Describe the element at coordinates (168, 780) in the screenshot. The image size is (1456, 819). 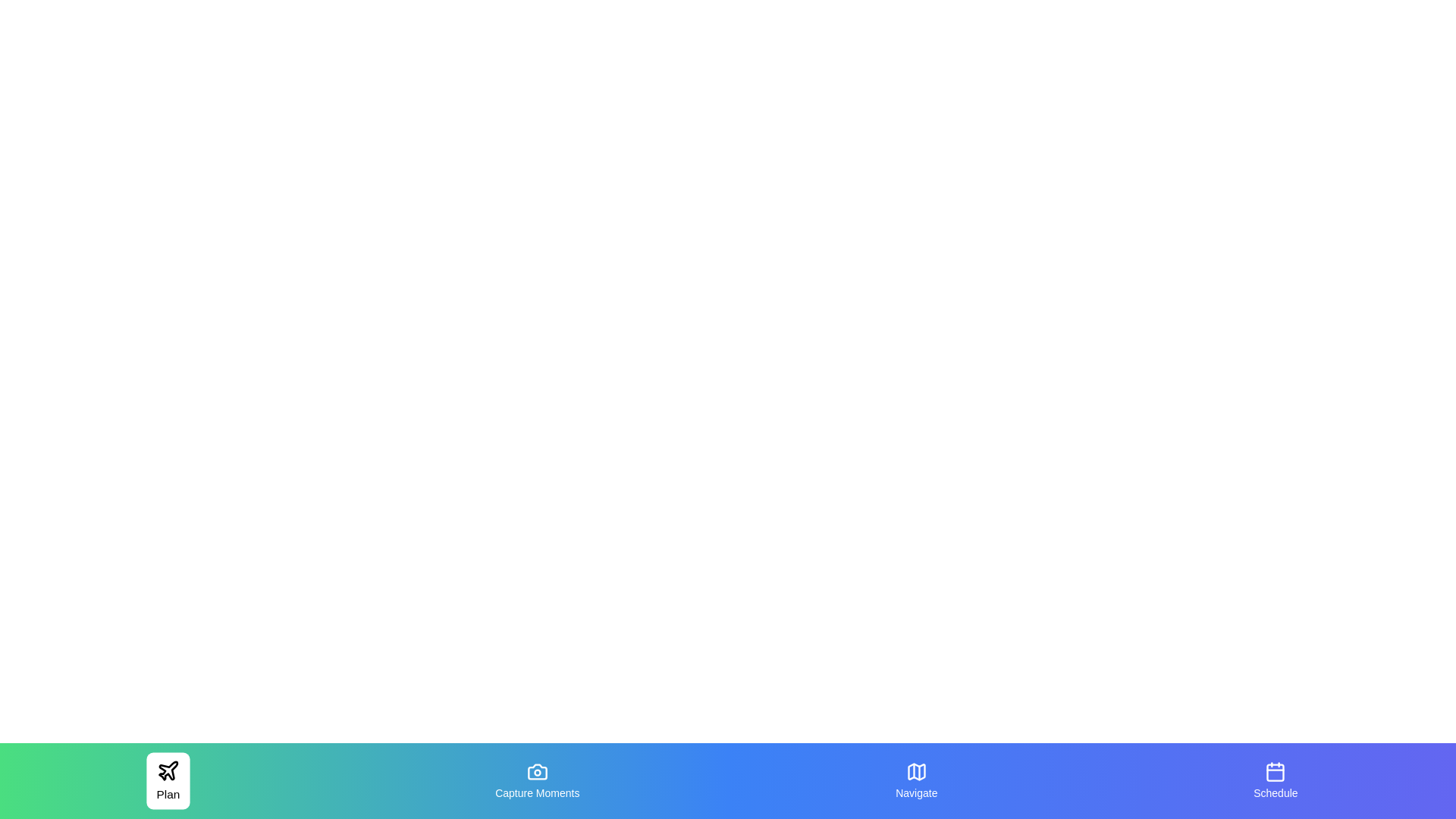
I see `the tab labeled Plan to inspect its text label` at that location.